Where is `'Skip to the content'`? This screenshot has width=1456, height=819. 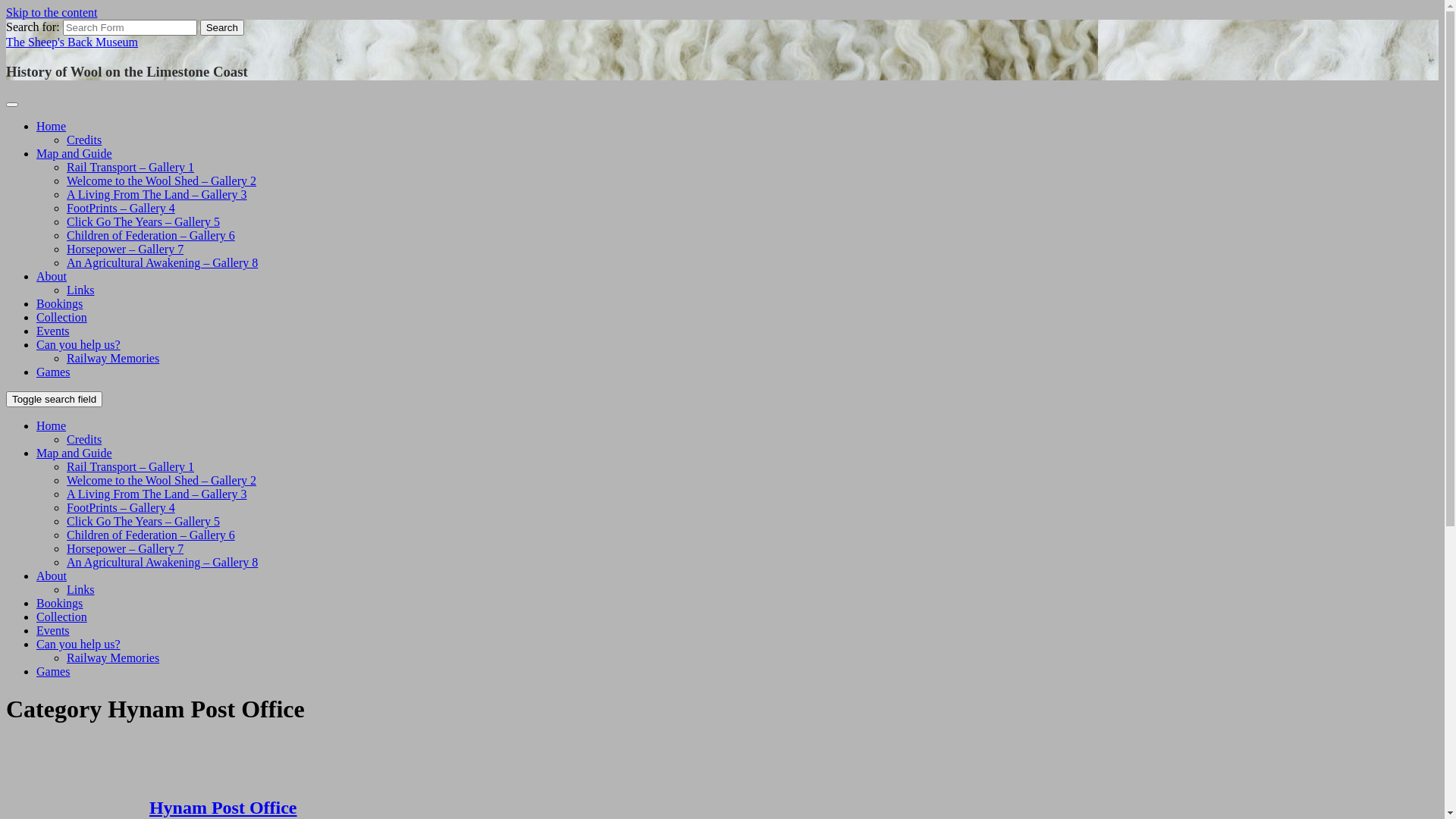
'Skip to the content' is located at coordinates (51, 12).